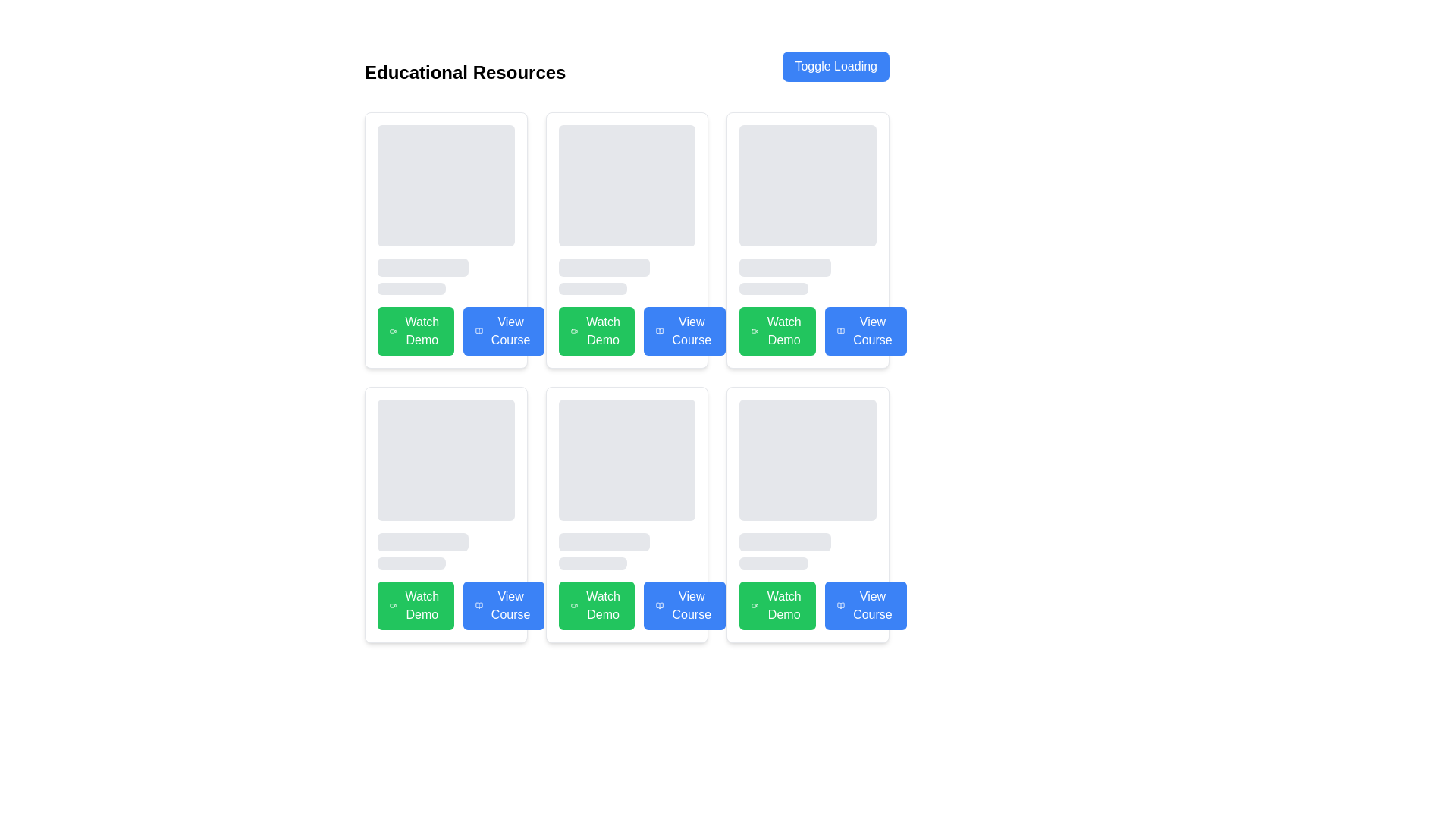 Image resolution: width=1456 pixels, height=819 pixels. What do you see at coordinates (865, 604) in the screenshot?
I see `the 'View Course' button with rounded corners and a blue background, which displays the text 'View Course' and a small book icon on the left side` at bounding box center [865, 604].